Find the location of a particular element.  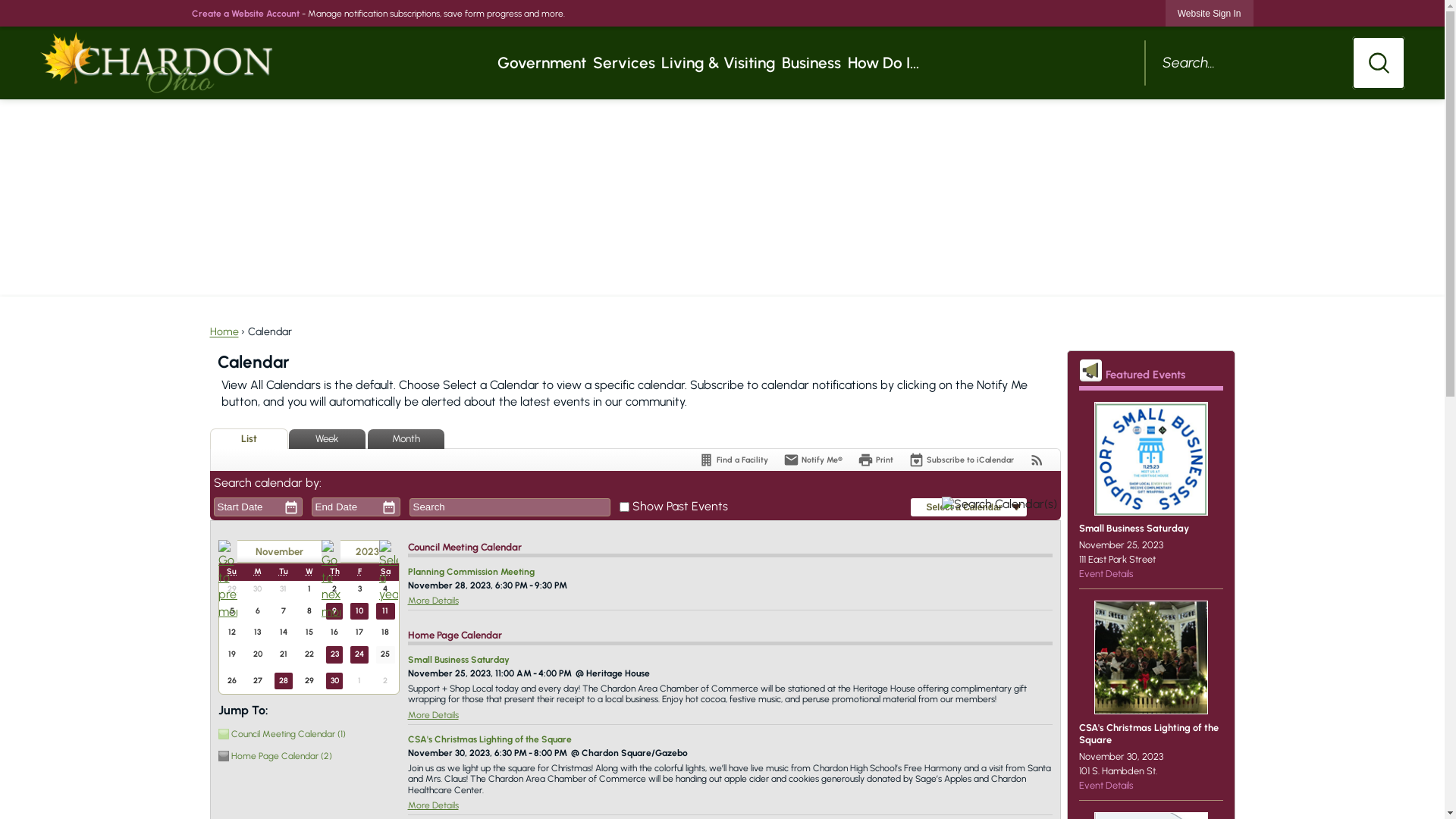

'Government' is located at coordinates (541, 62).